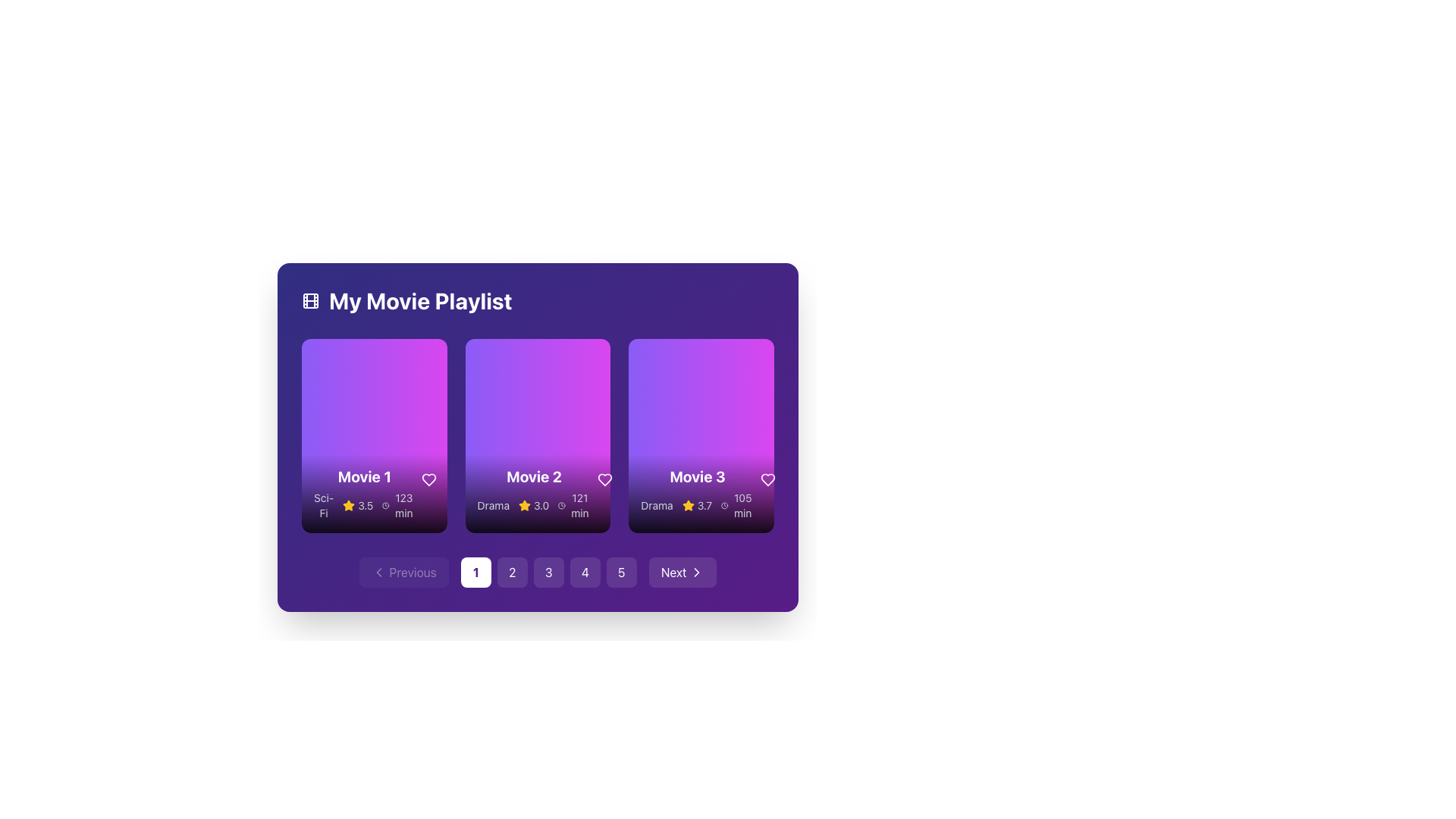 Image resolution: width=1456 pixels, height=819 pixels. Describe the element at coordinates (696, 573) in the screenshot. I see `the right-pointing chevron arrow icon, which is part of the 'Next' button used for pagination` at that location.